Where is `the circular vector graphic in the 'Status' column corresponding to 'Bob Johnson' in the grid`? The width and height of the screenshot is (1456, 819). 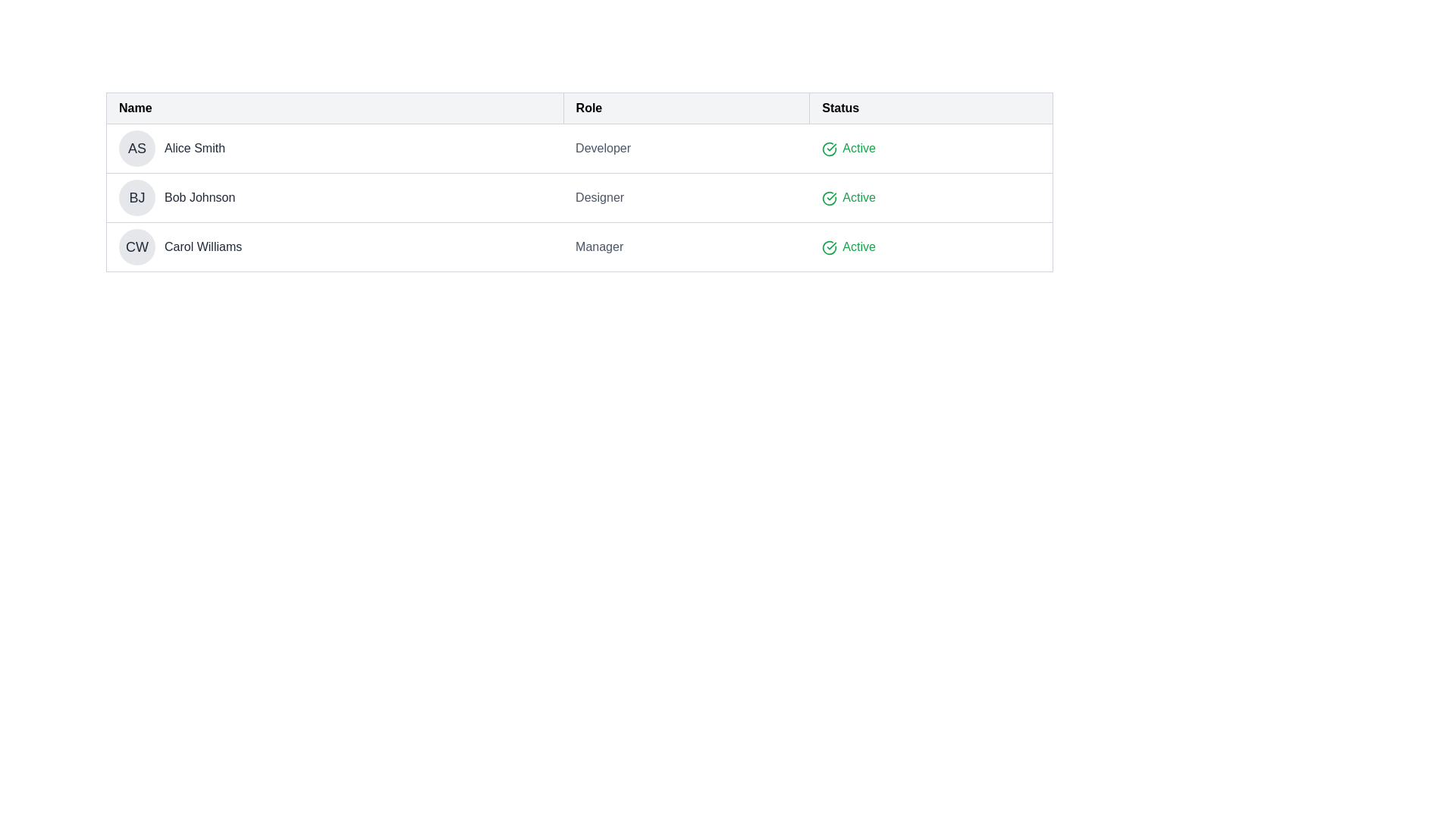 the circular vector graphic in the 'Status' column corresponding to 'Bob Johnson' in the grid is located at coordinates (828, 197).